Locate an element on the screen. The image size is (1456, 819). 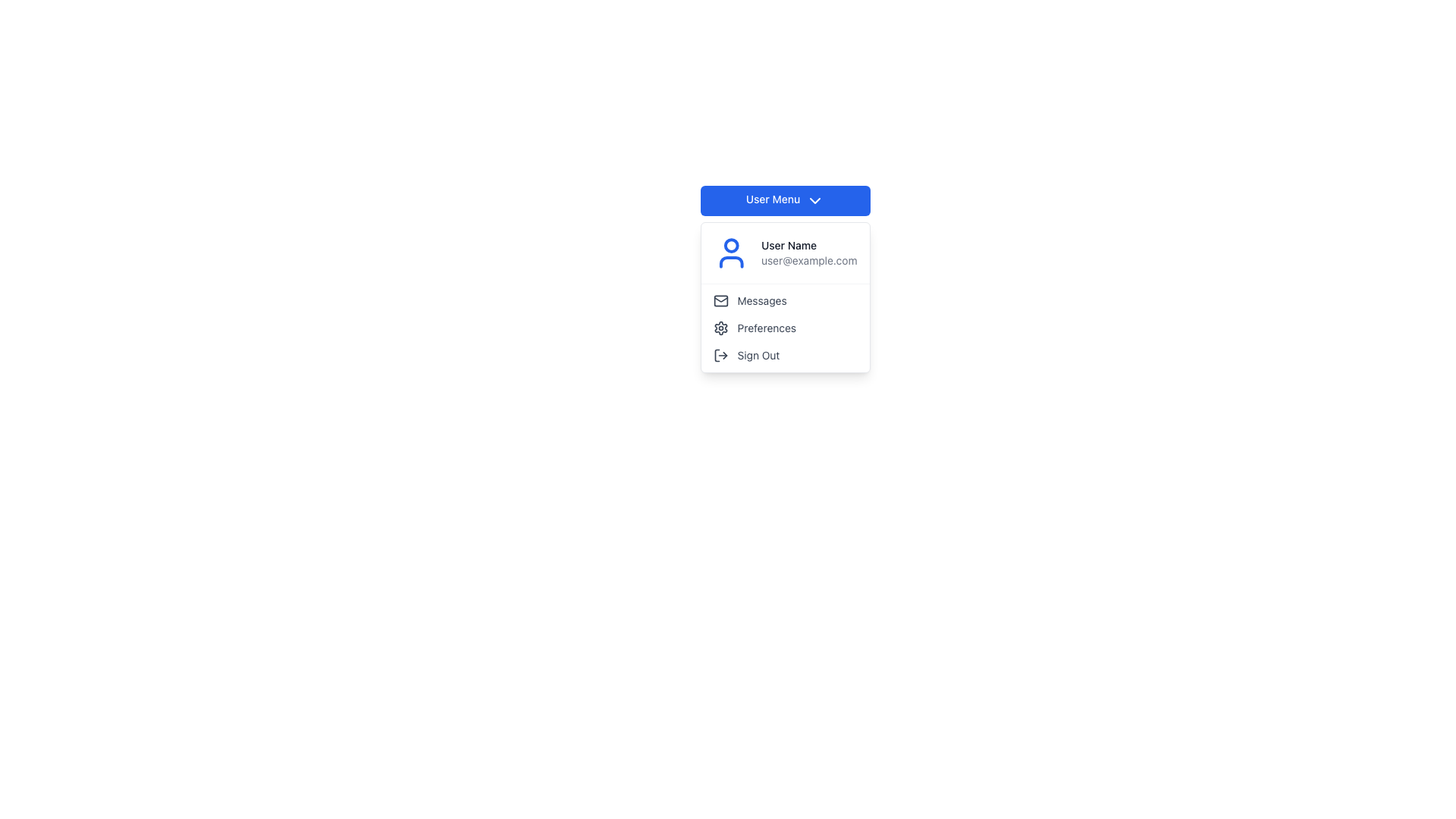
the logout icon, which is a minimalistic arrow exiting a box, located to the left of the 'Sign Out' text in the user options dropdown menu is located at coordinates (720, 356).